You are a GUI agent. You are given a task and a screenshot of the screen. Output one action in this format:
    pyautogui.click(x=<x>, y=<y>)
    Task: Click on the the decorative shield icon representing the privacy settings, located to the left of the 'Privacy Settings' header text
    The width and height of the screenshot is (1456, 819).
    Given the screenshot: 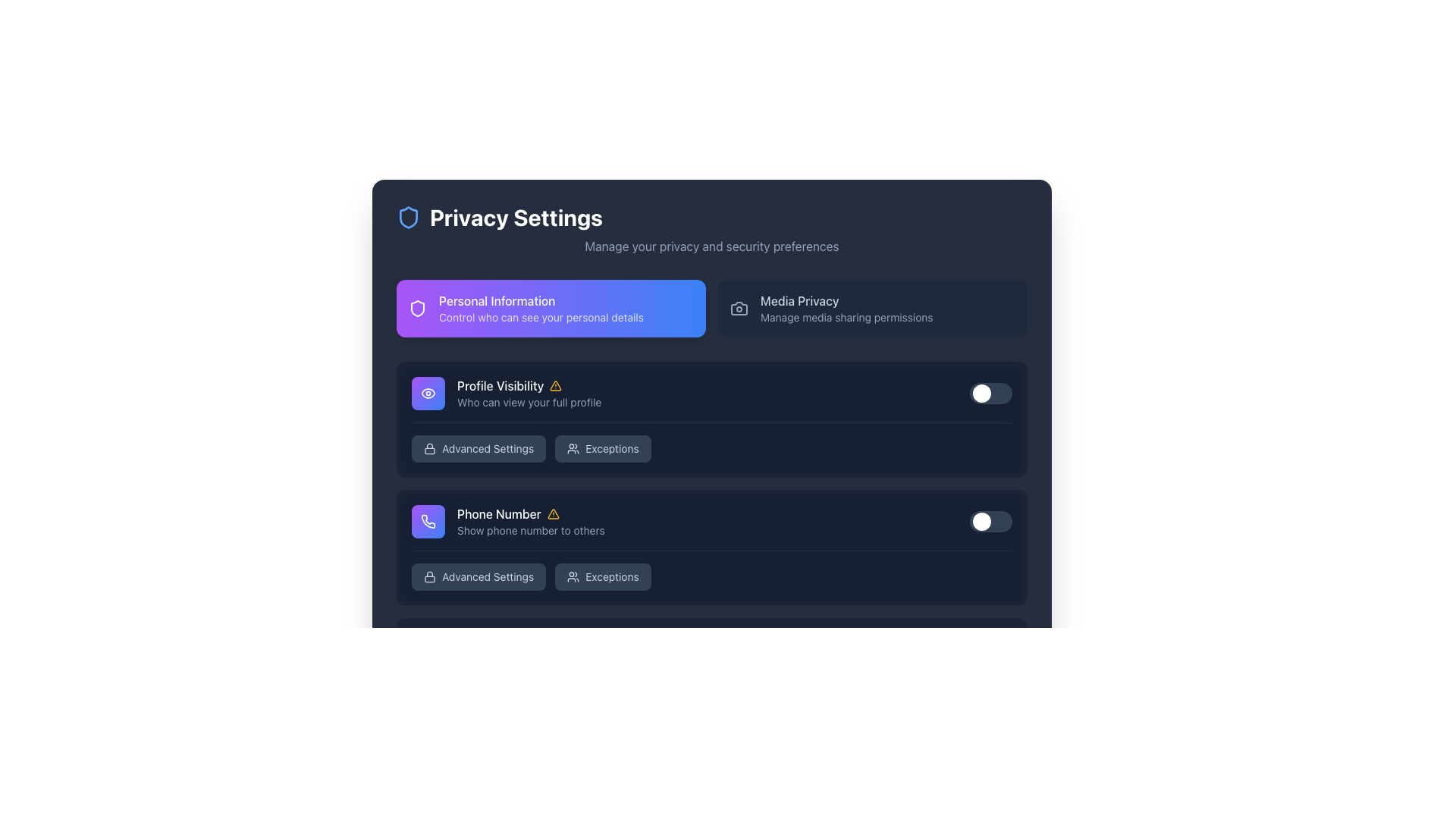 What is the action you would take?
    pyautogui.click(x=408, y=217)
    